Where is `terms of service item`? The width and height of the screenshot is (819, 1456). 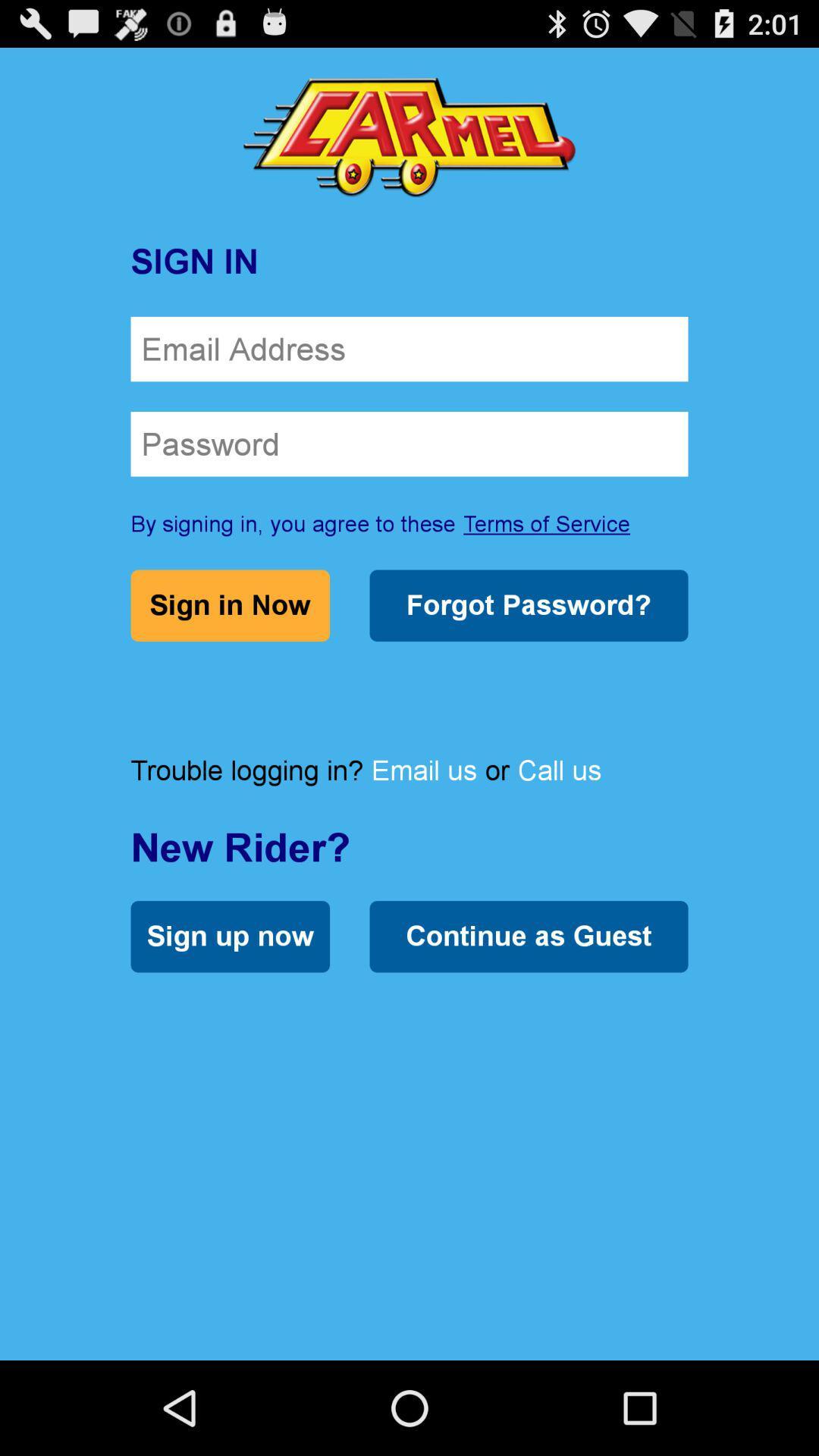
terms of service item is located at coordinates (547, 523).